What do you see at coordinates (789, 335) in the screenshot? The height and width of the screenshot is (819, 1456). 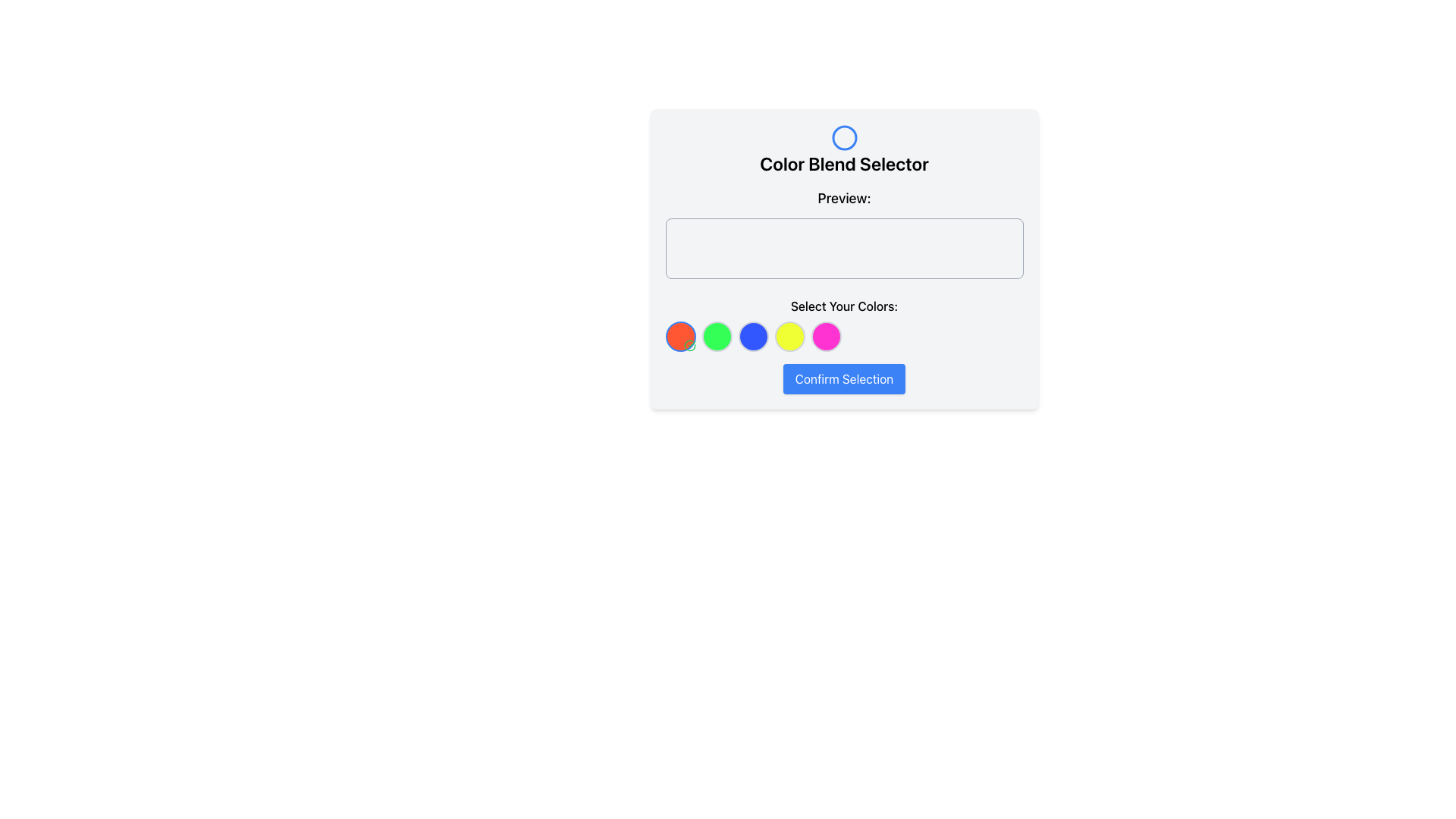 I see `the fifth circular color selection button in the horizontal arrangement labeled 'Select Your Colors:'` at bounding box center [789, 335].